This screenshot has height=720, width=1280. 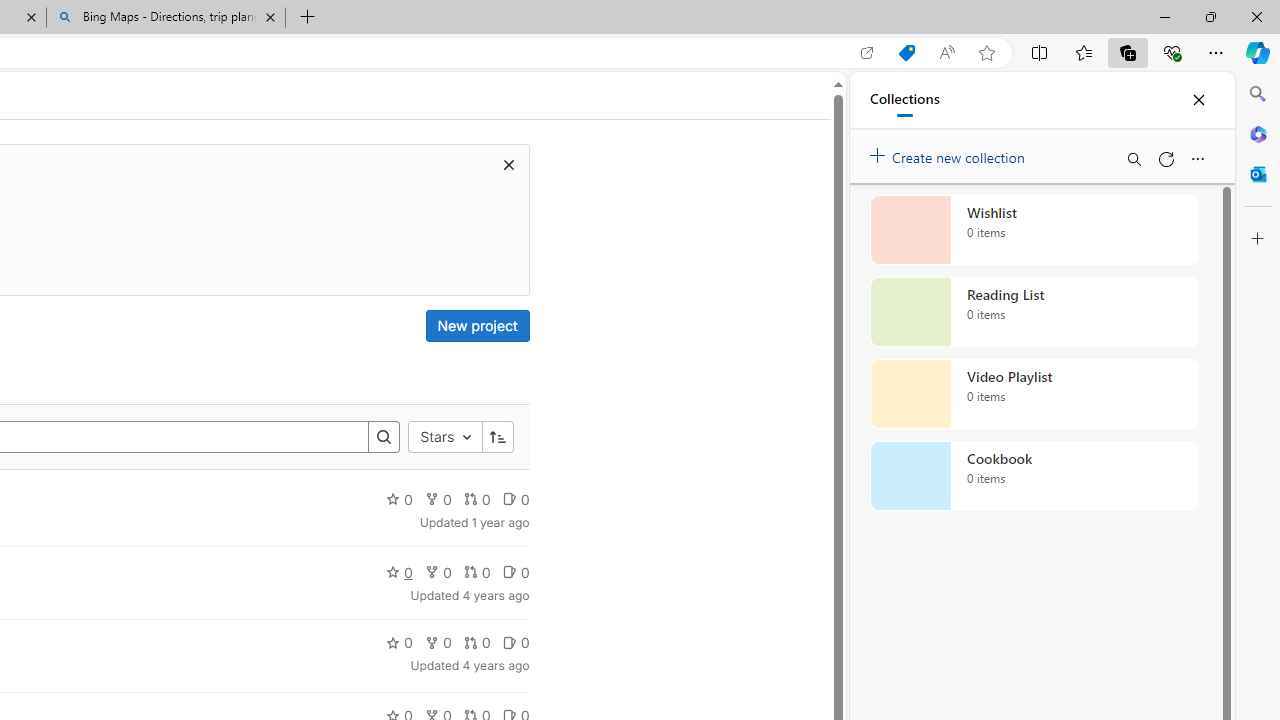 I want to click on 'Reading List collection, 0 items', so click(x=1034, y=312).